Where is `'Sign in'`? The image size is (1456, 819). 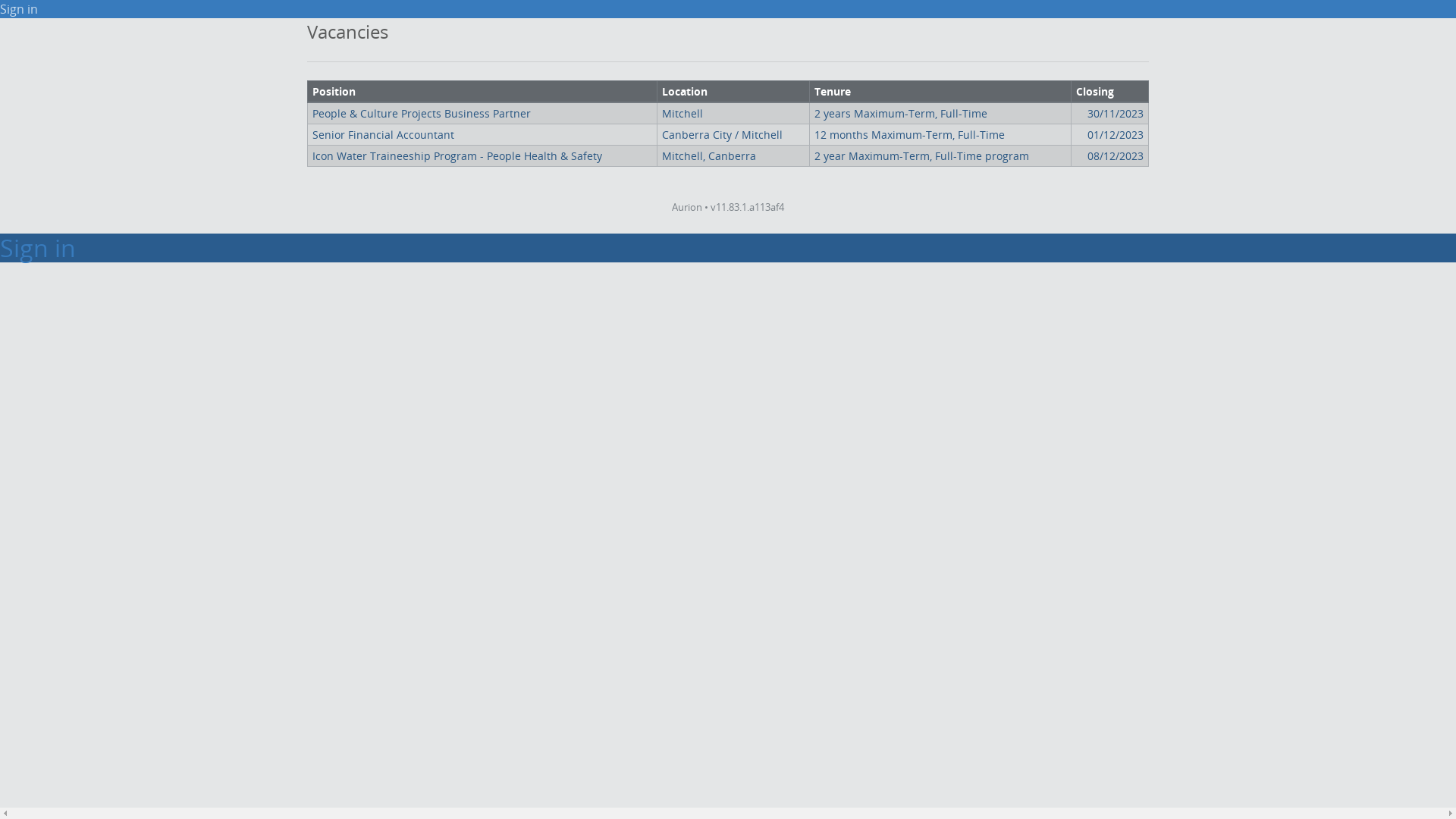
'Sign in' is located at coordinates (18, 8).